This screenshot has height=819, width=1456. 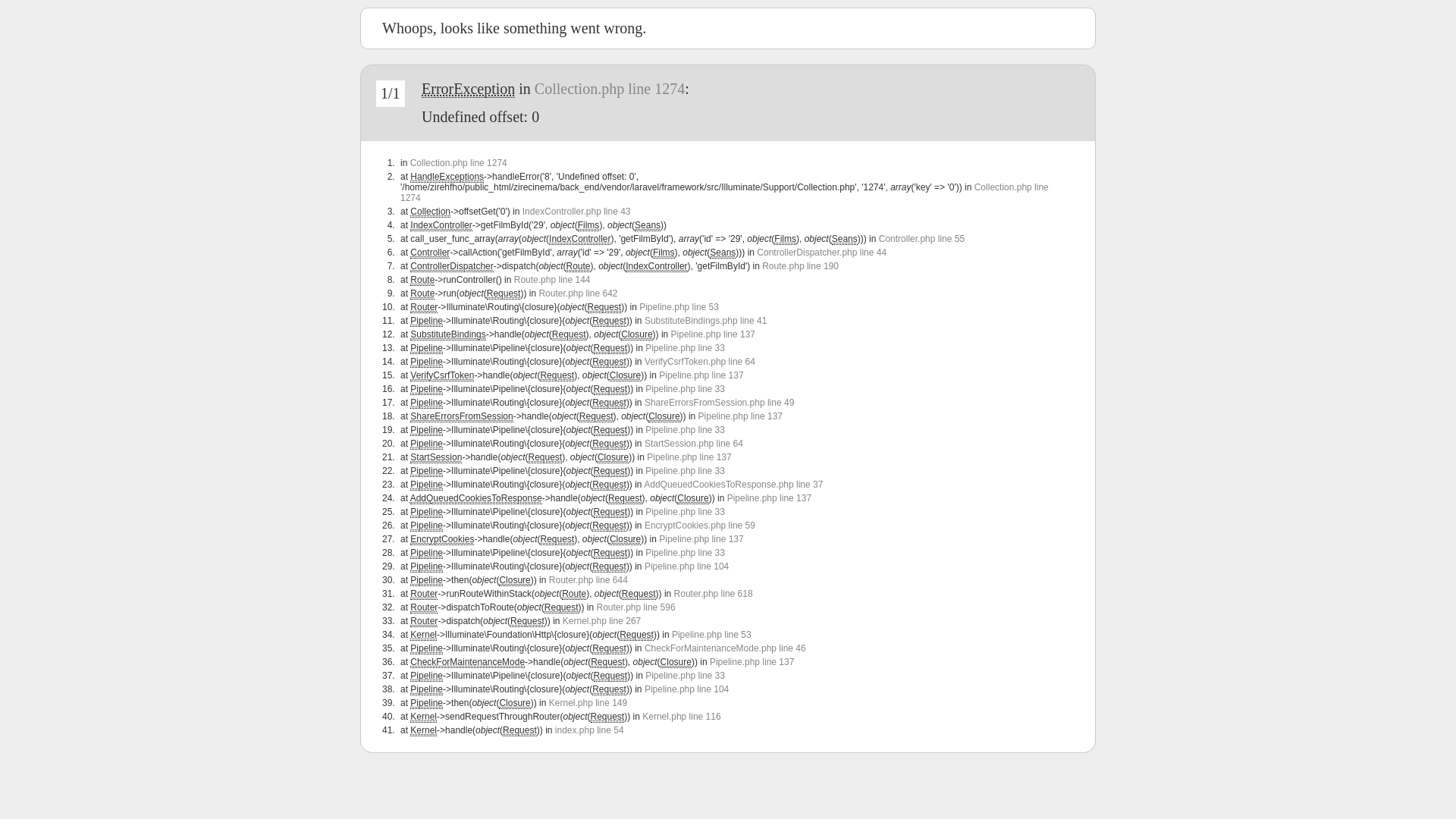 I want to click on 'Controller.php line 55', so click(x=921, y=239).